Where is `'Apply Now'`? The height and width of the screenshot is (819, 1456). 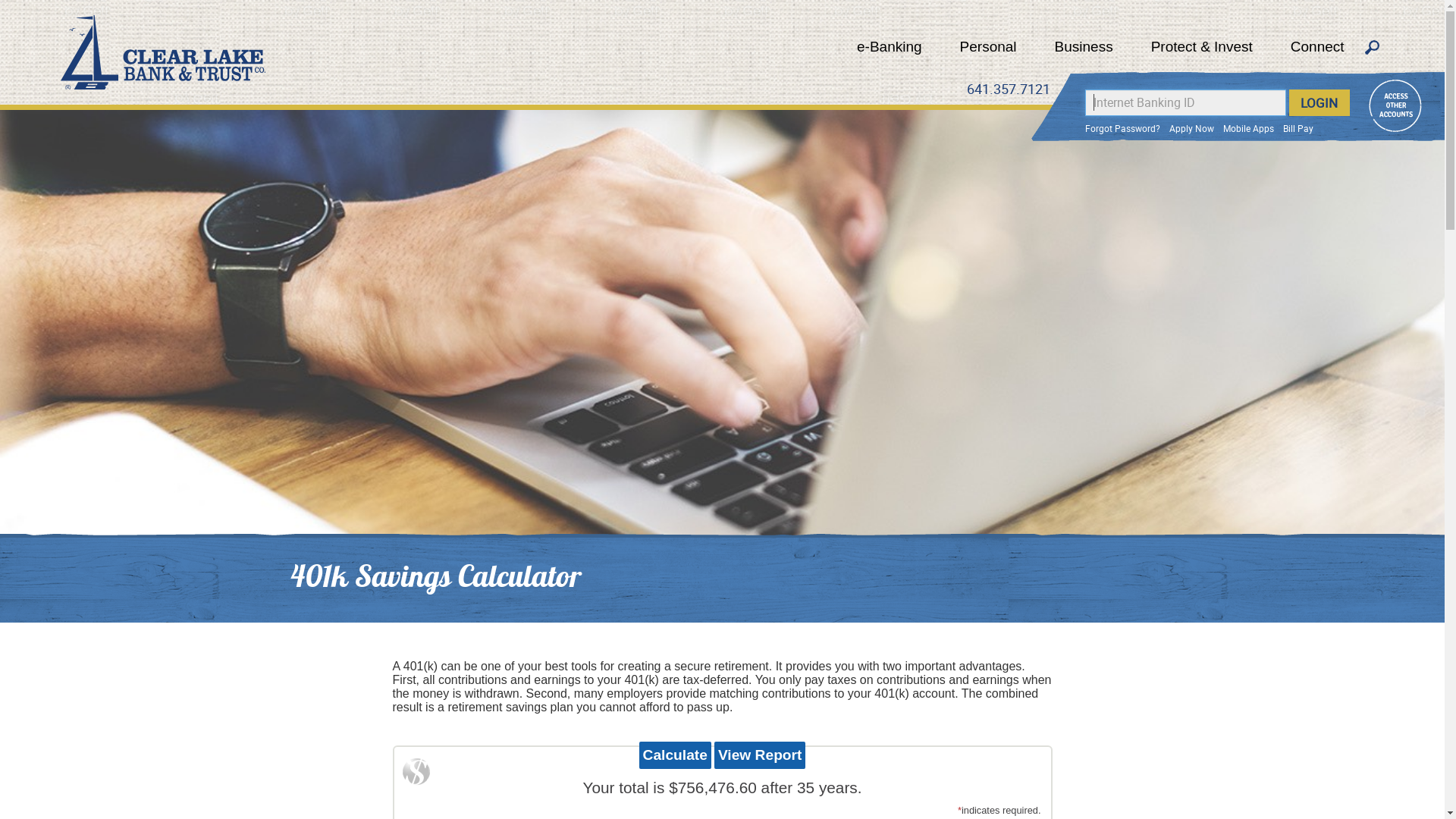
'Apply Now' is located at coordinates (1191, 127).